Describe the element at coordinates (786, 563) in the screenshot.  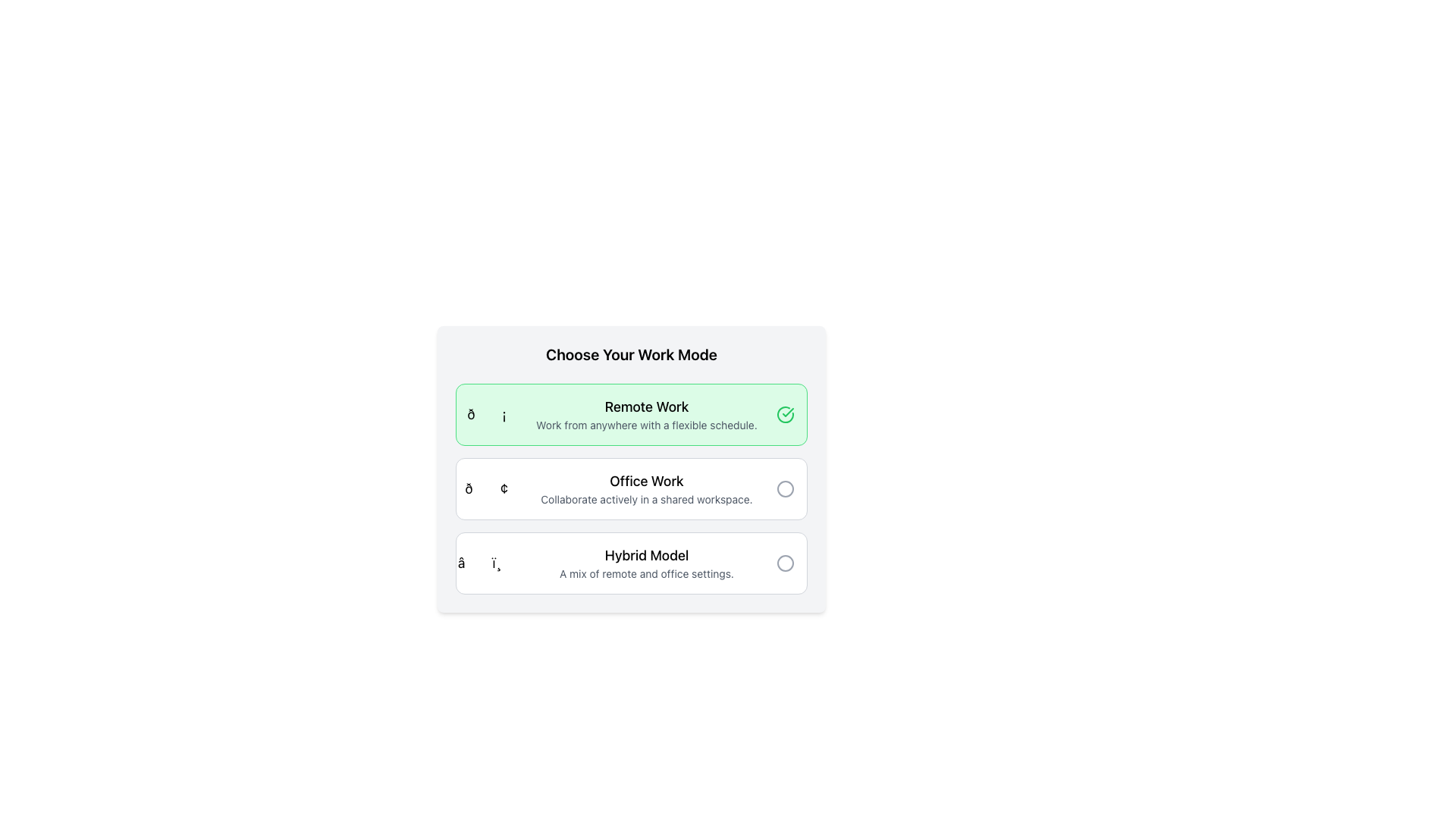
I see `the circular graphical indicator located at the far-right side of the 'Hybrid Model' option in the user interface` at that location.